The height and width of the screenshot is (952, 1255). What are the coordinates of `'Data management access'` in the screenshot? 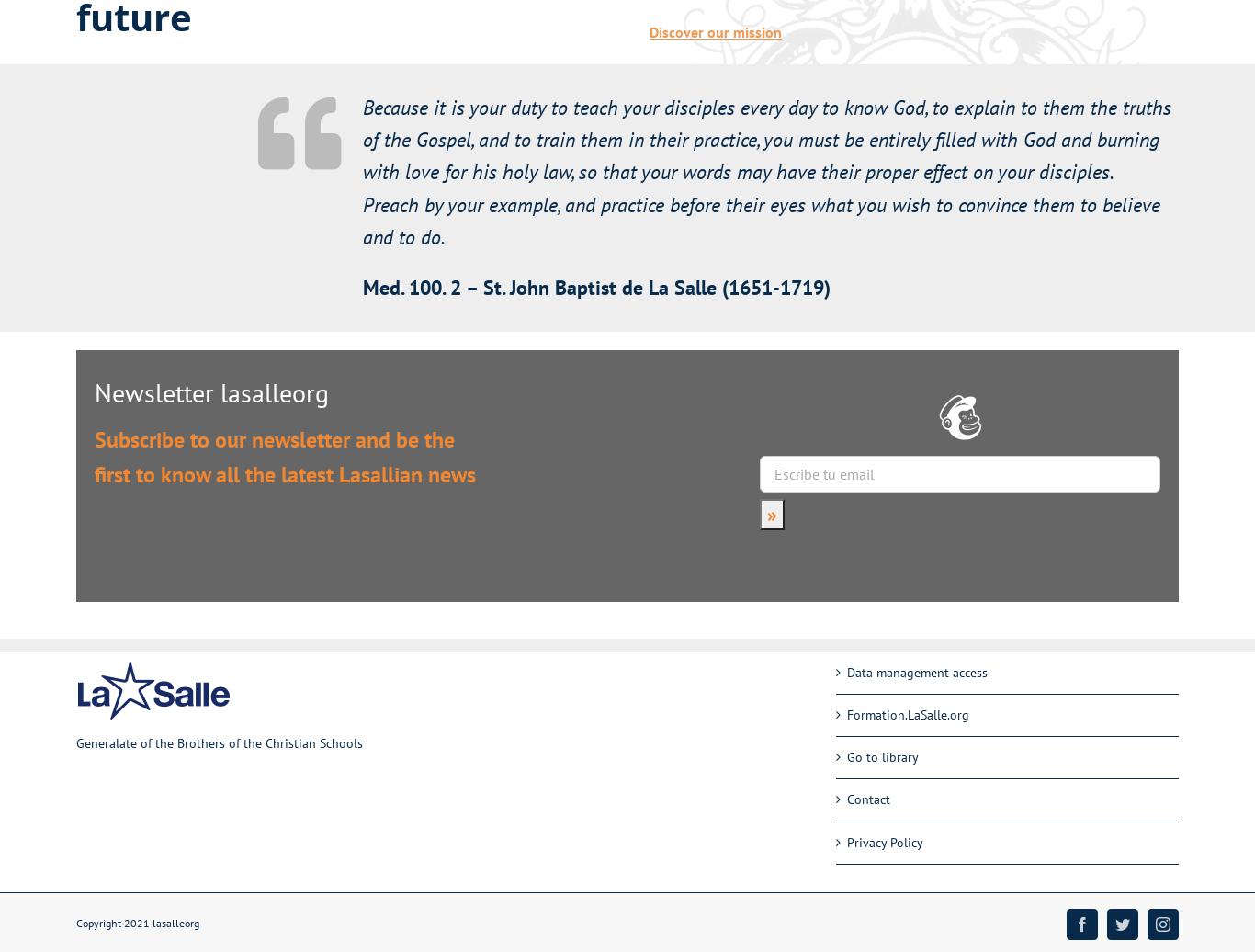 It's located at (916, 672).